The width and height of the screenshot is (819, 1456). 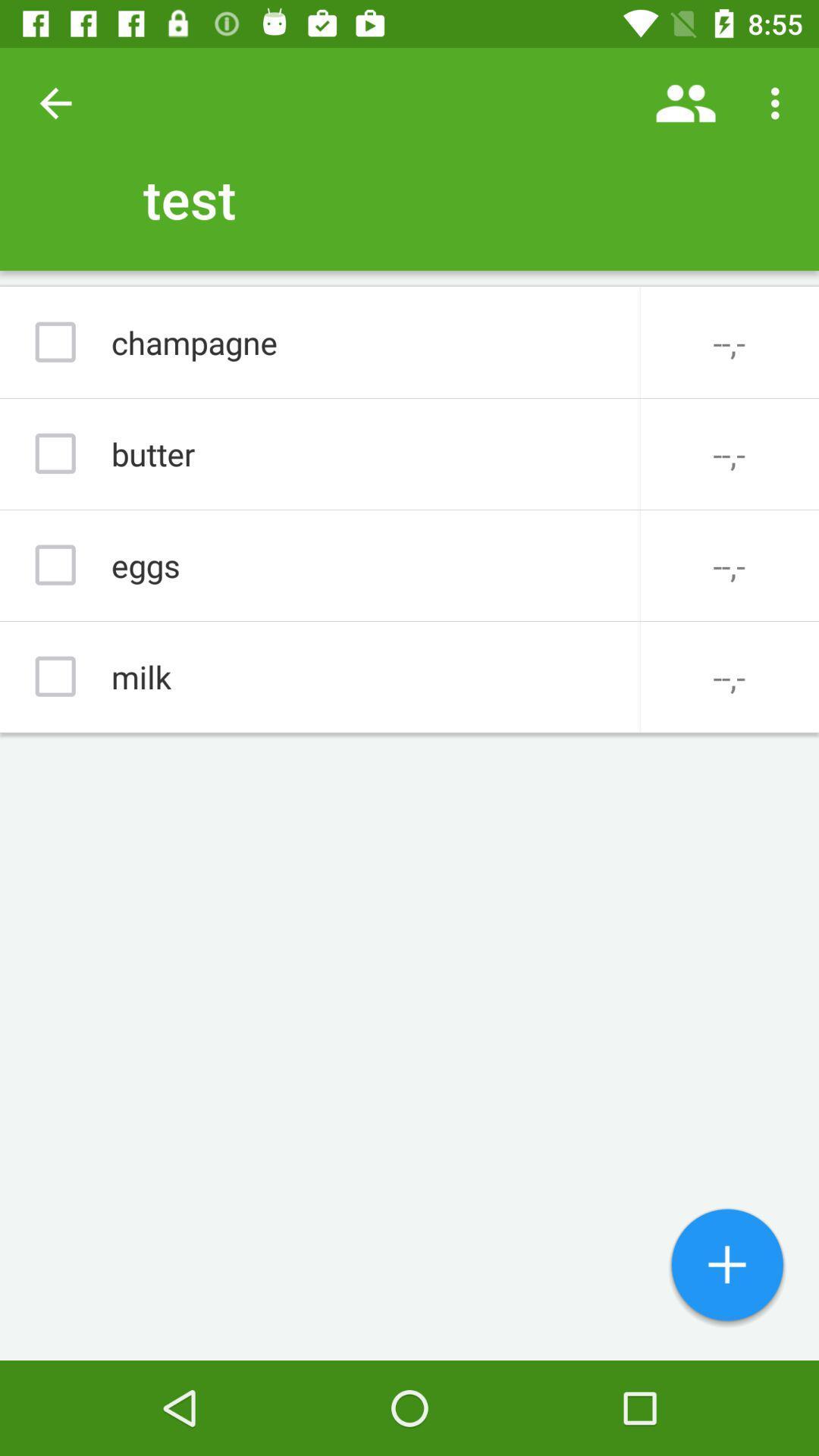 I want to click on item to the left of the test, so click(x=55, y=102).